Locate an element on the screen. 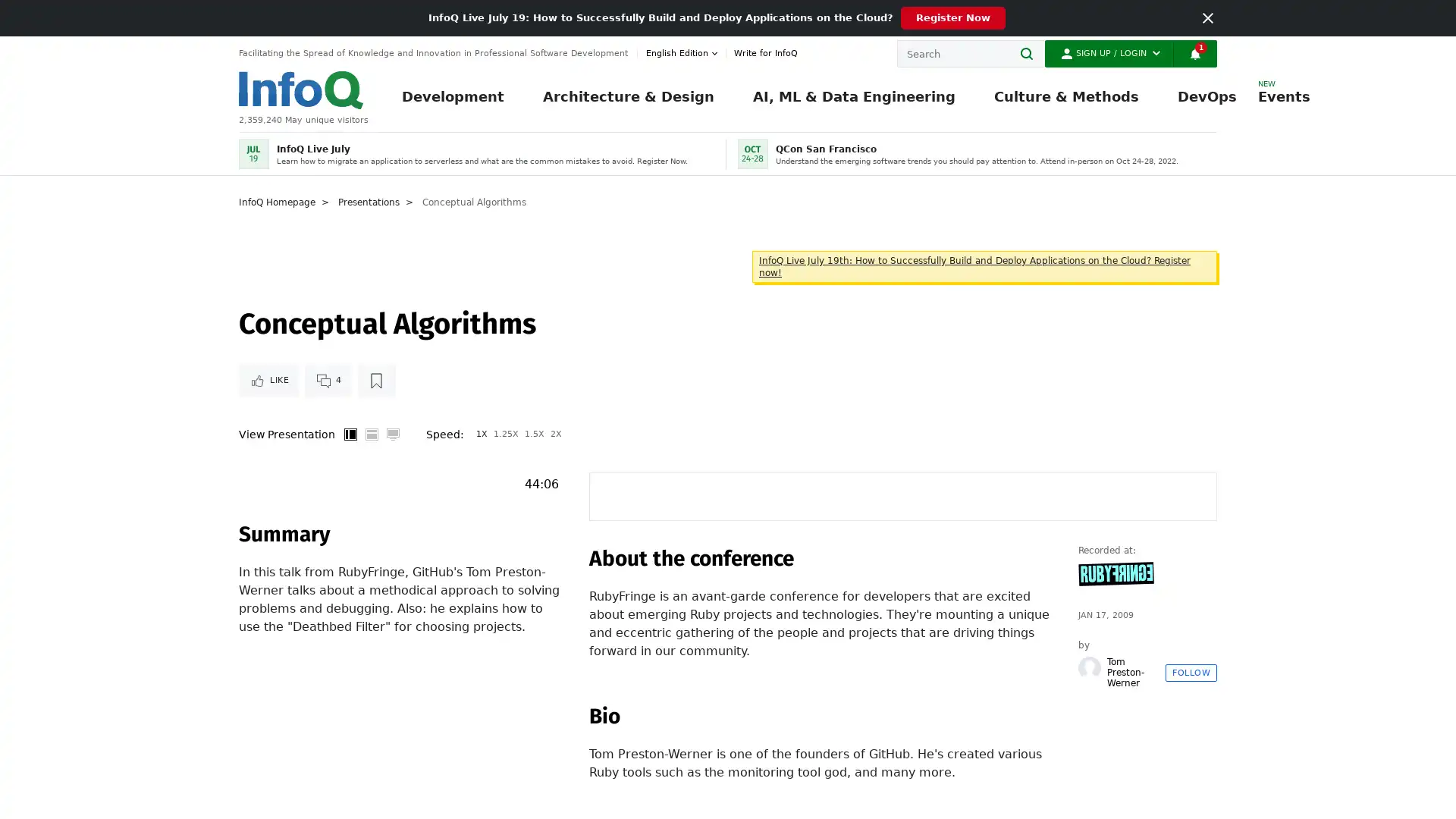 The image size is (1456, 819). 1.25x is located at coordinates (506, 435).